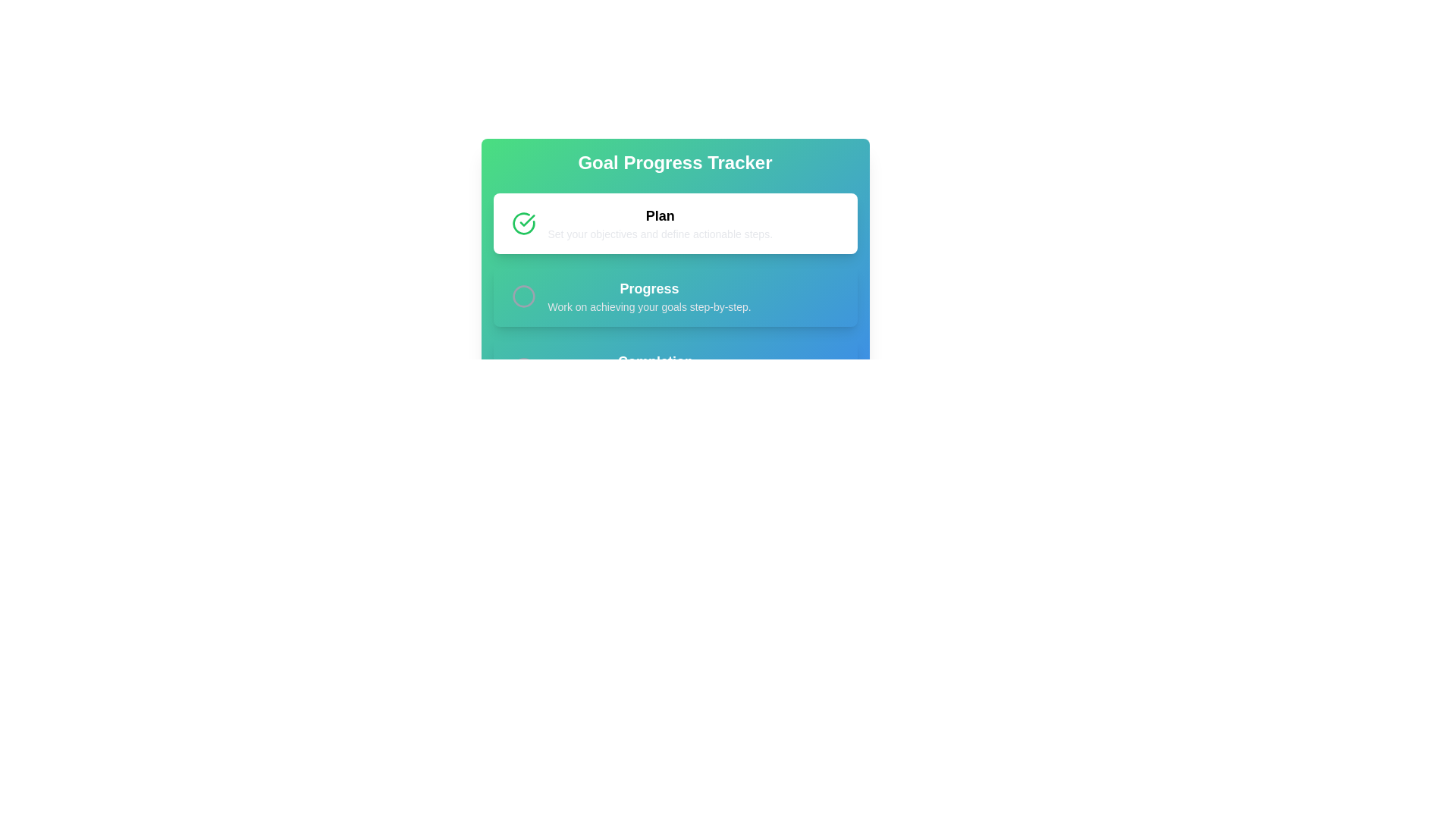 The height and width of the screenshot is (819, 1456). Describe the element at coordinates (649, 296) in the screenshot. I see `the Descriptive Text element that displays the heading 'Progress' and the subtext 'Work on achieving your goals step-by-step.'` at that location.